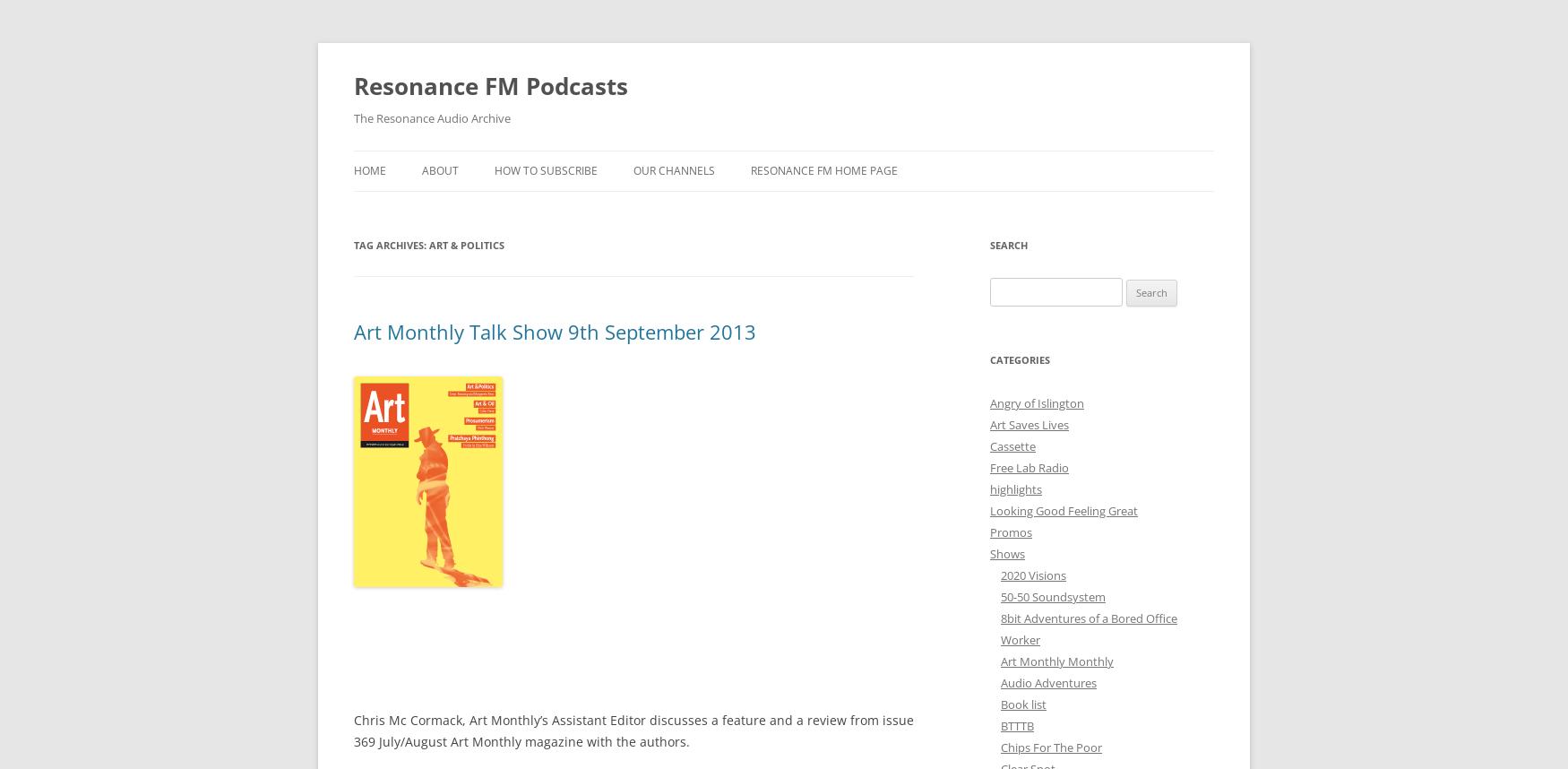 This screenshot has height=769, width=1568. I want to click on 'BTTTB', so click(1001, 726).